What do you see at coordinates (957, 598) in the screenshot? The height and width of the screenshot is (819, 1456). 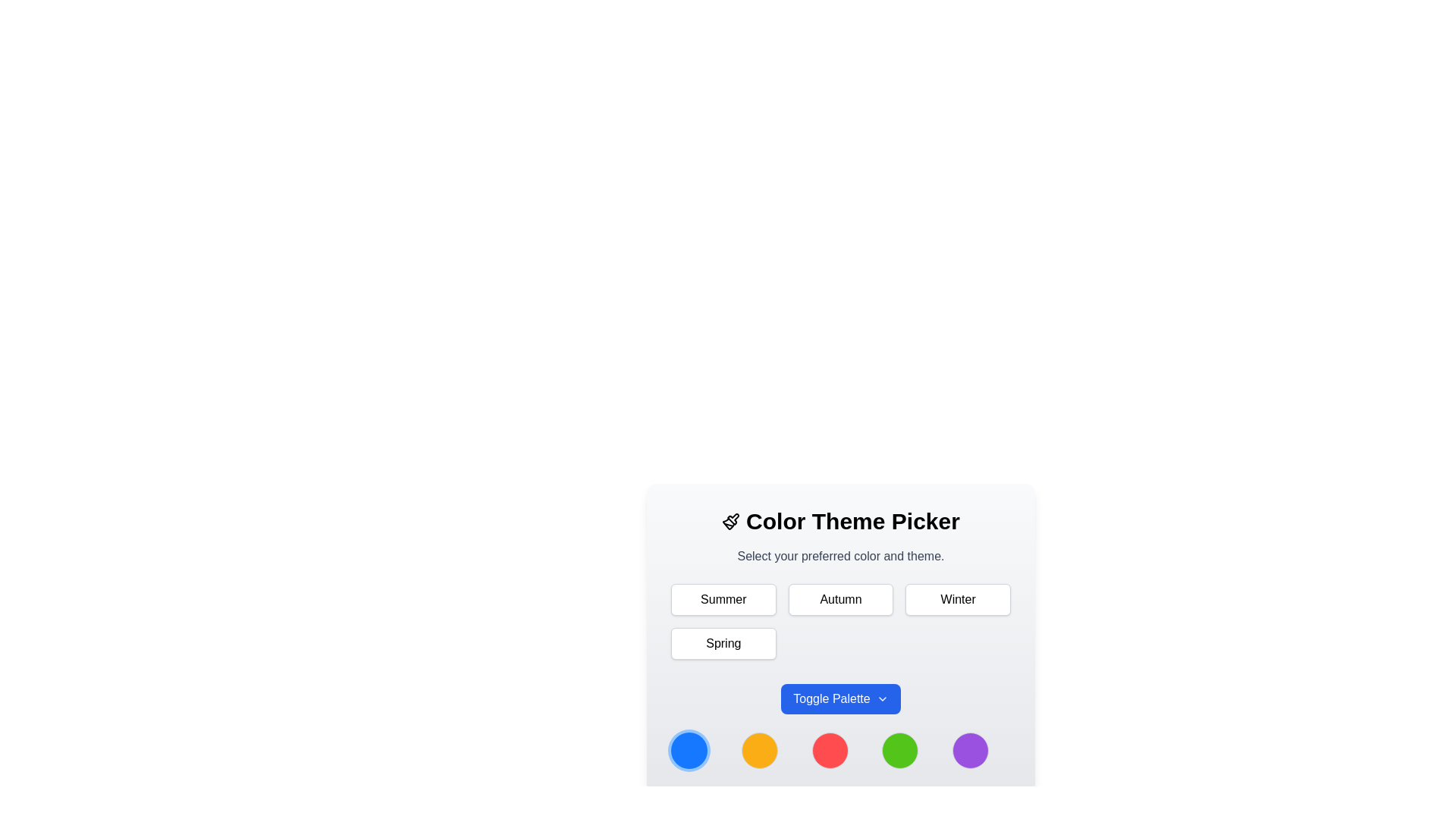 I see `the 'Winter' theme button` at bounding box center [957, 598].